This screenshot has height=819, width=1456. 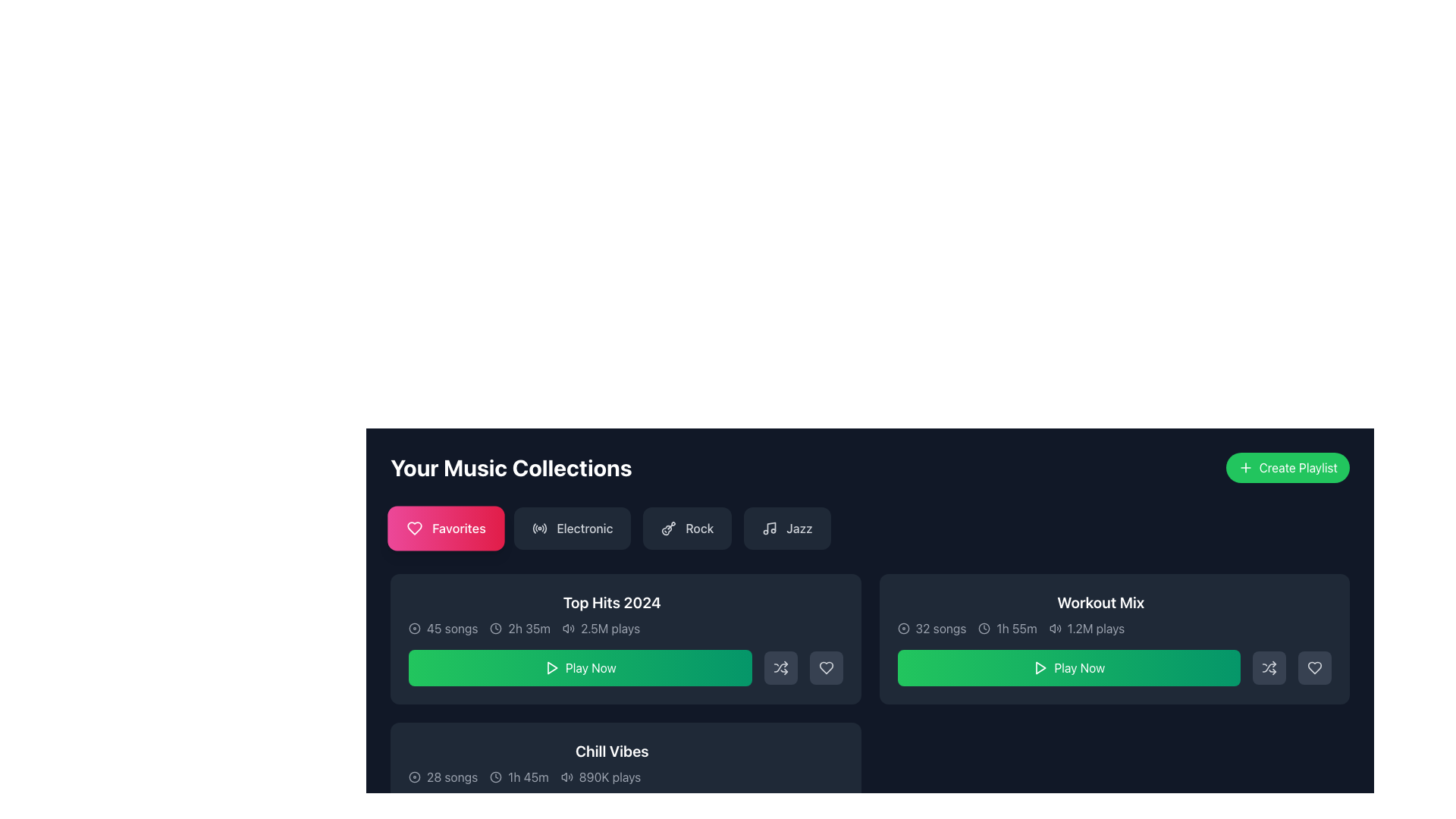 I want to click on text label indicating the number of songs in the associated music collection, which is positioned towards the left half of the card labeled 'Top Hits 2024', so click(x=451, y=629).